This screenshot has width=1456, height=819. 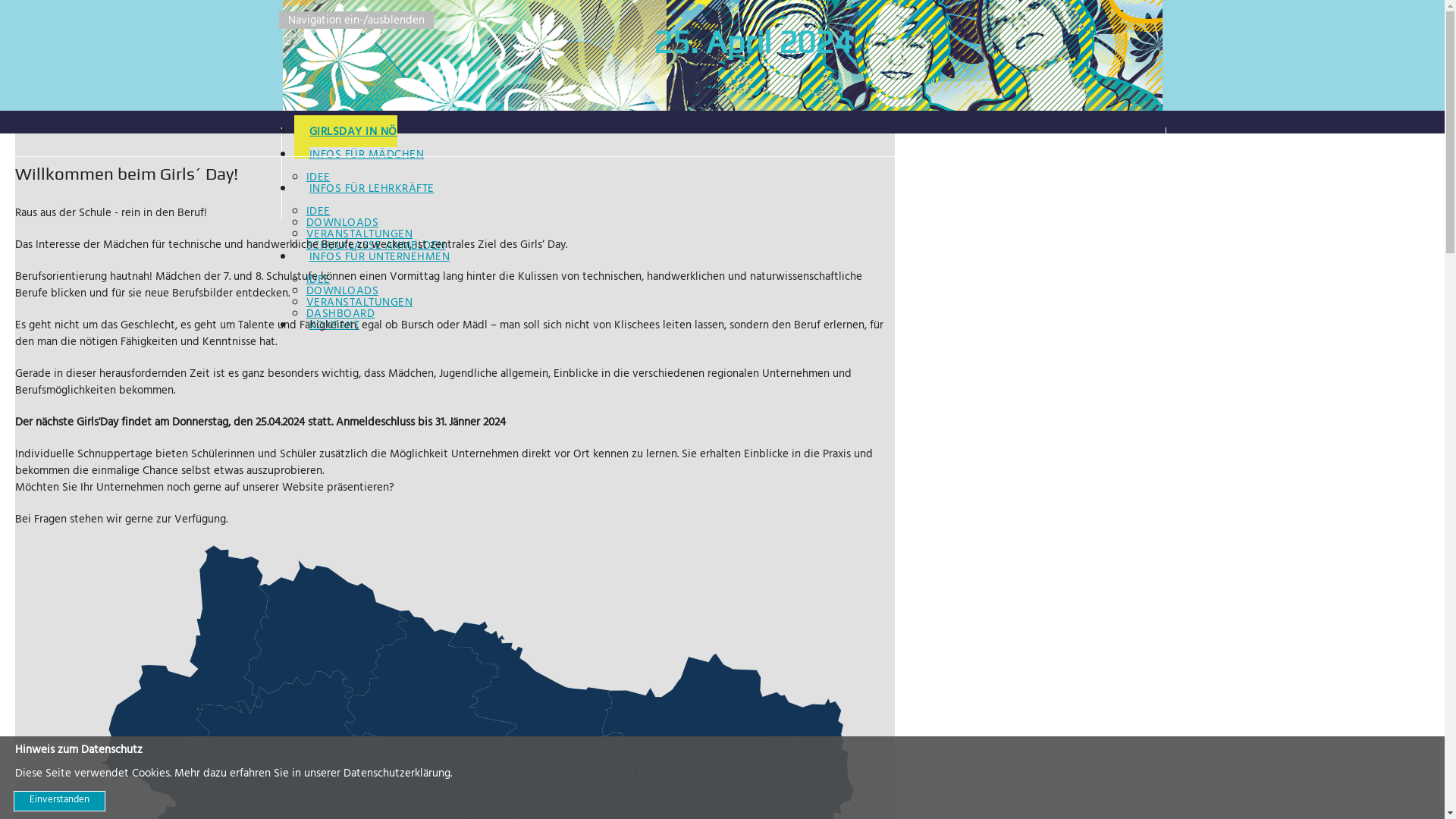 What do you see at coordinates (318, 212) in the screenshot?
I see `'IDEE'` at bounding box center [318, 212].